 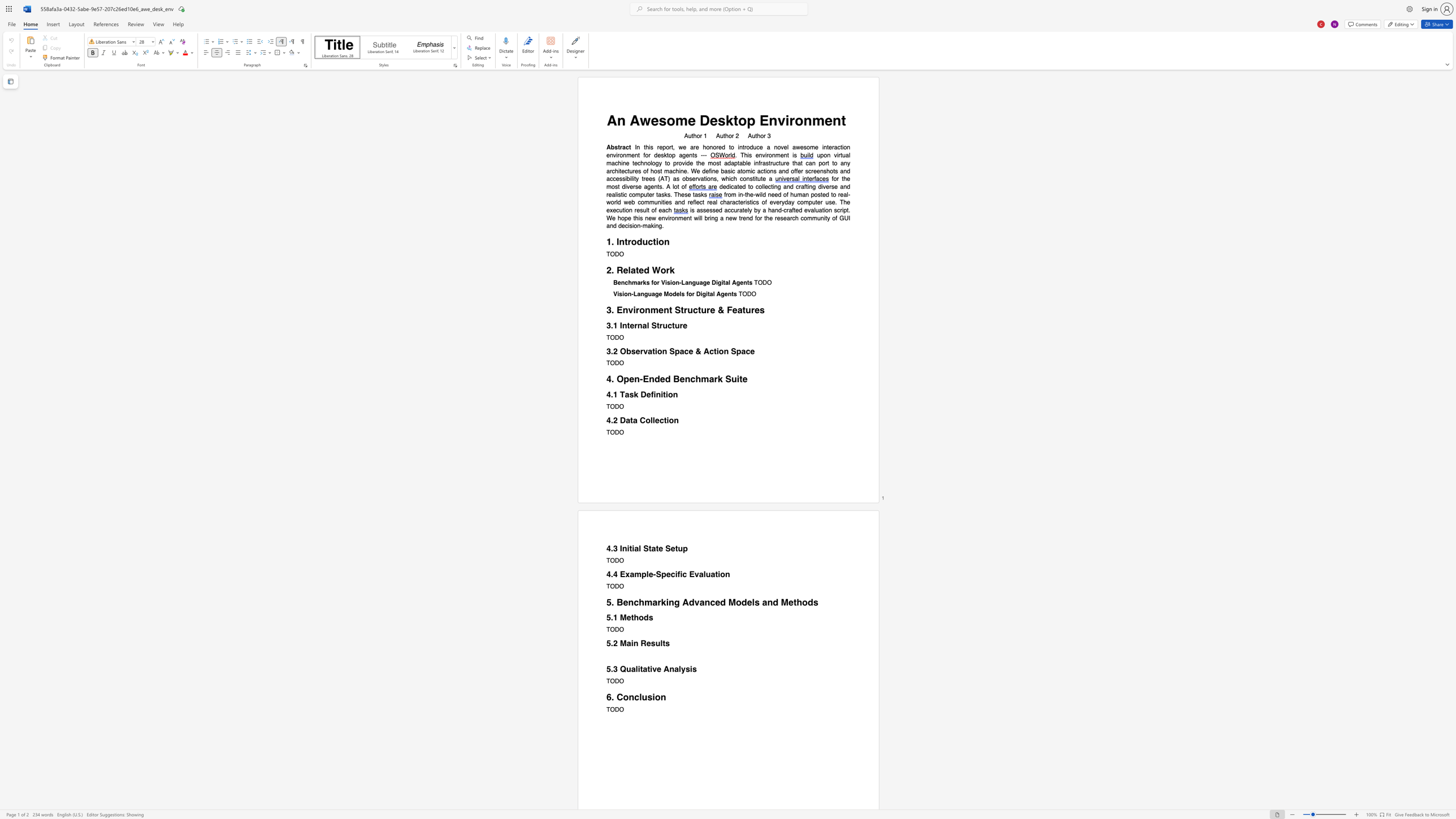 I want to click on the subset text "nt" within the text "new environment", so click(x=686, y=218).